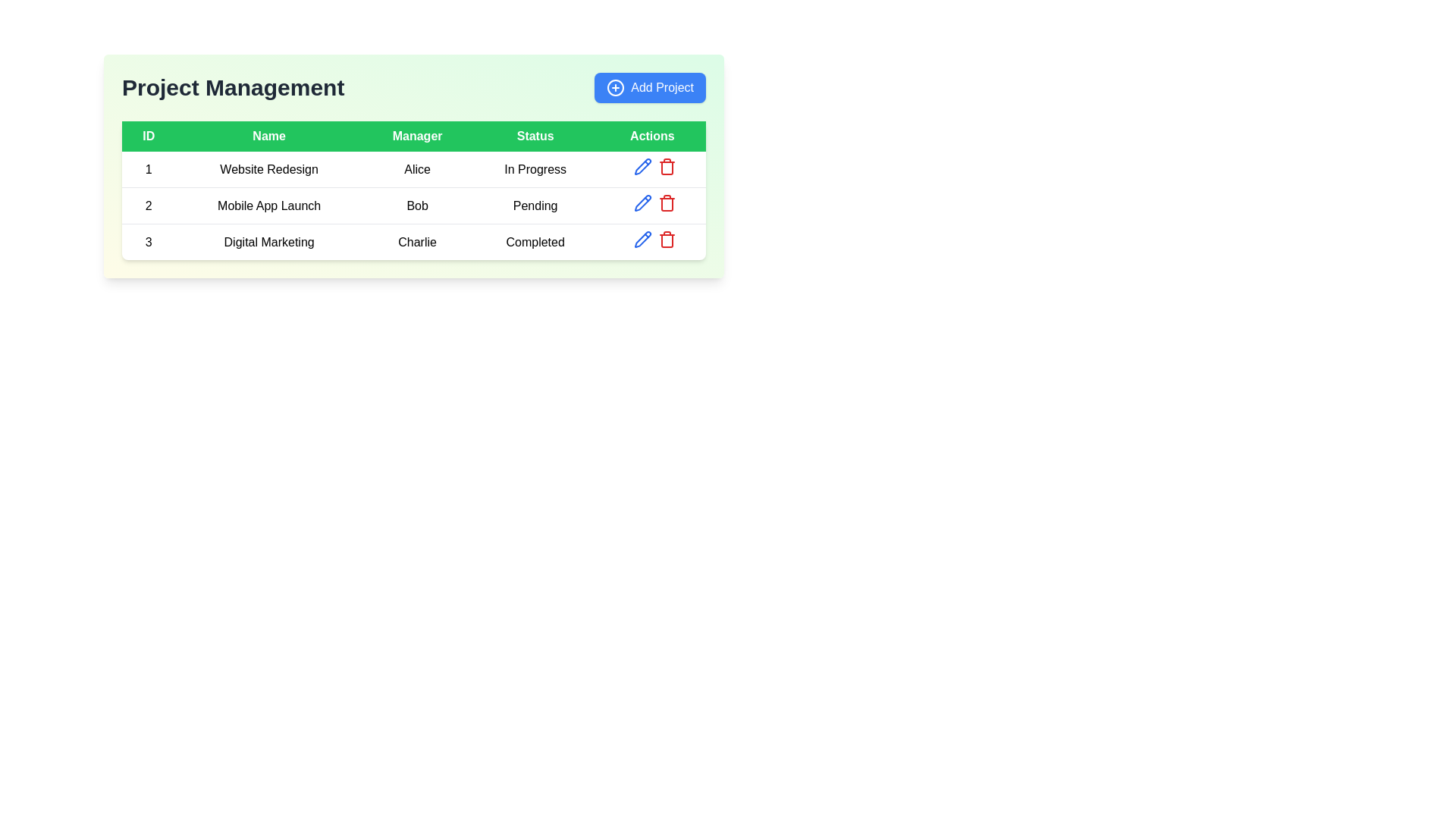  What do you see at coordinates (643, 202) in the screenshot?
I see `the Icon button located in the second row of the 'Actions' column` at bounding box center [643, 202].